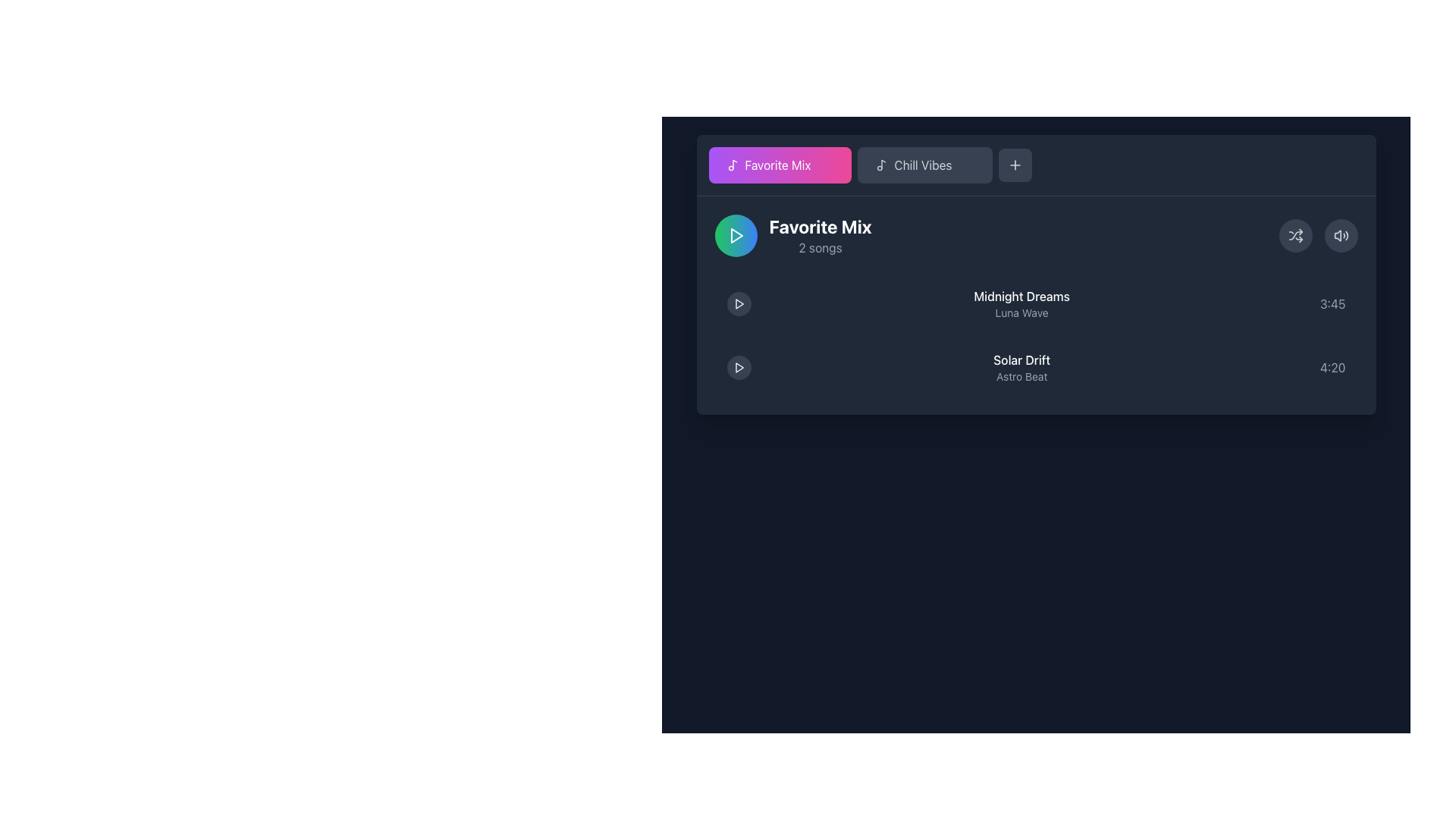 This screenshot has width=1456, height=819. What do you see at coordinates (780, 165) in the screenshot?
I see `the first button in the horizontal group` at bounding box center [780, 165].